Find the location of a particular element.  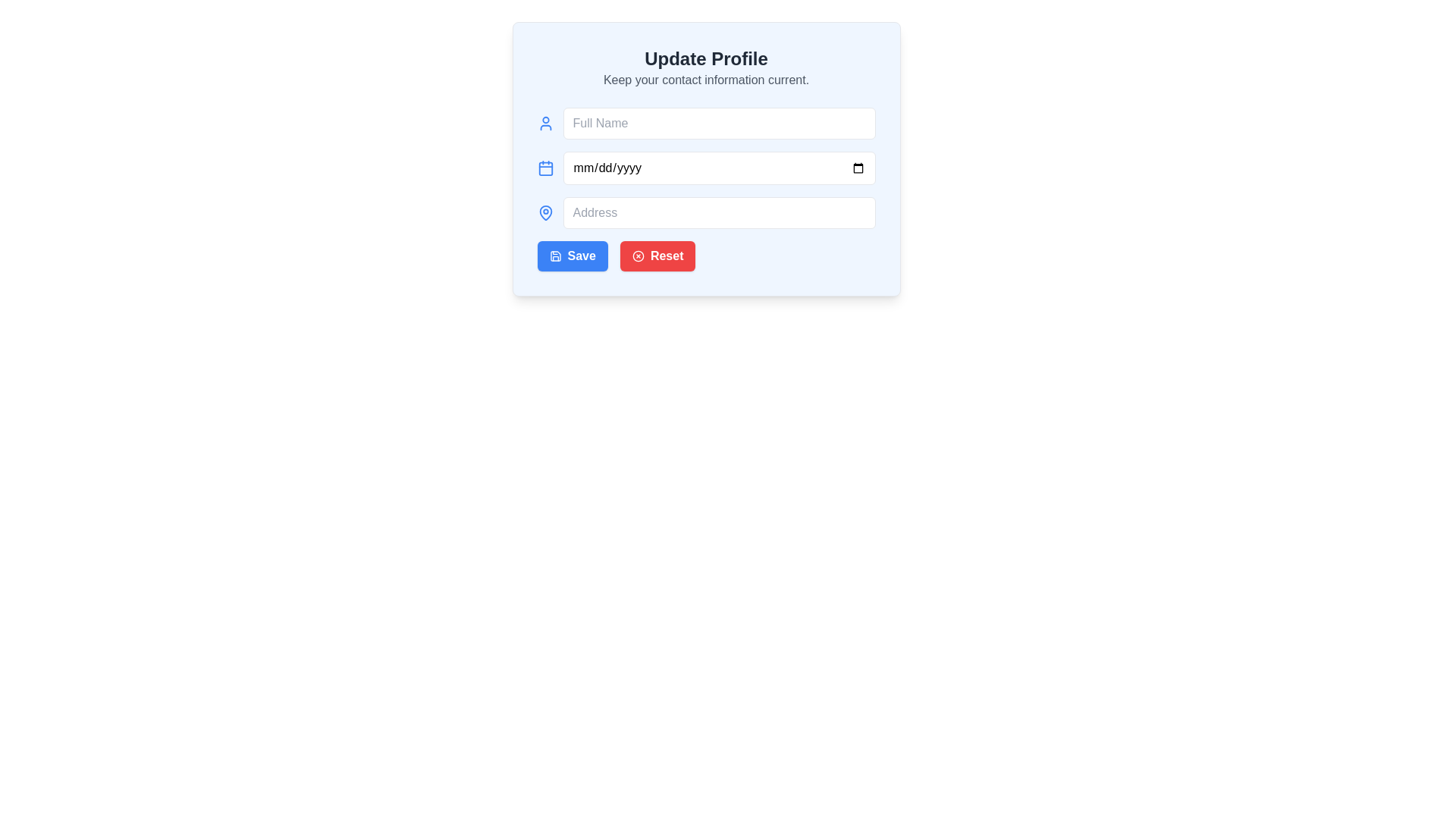

the visual context of the 'Address' icon located next to the 'Address' input field on the form is located at coordinates (545, 213).